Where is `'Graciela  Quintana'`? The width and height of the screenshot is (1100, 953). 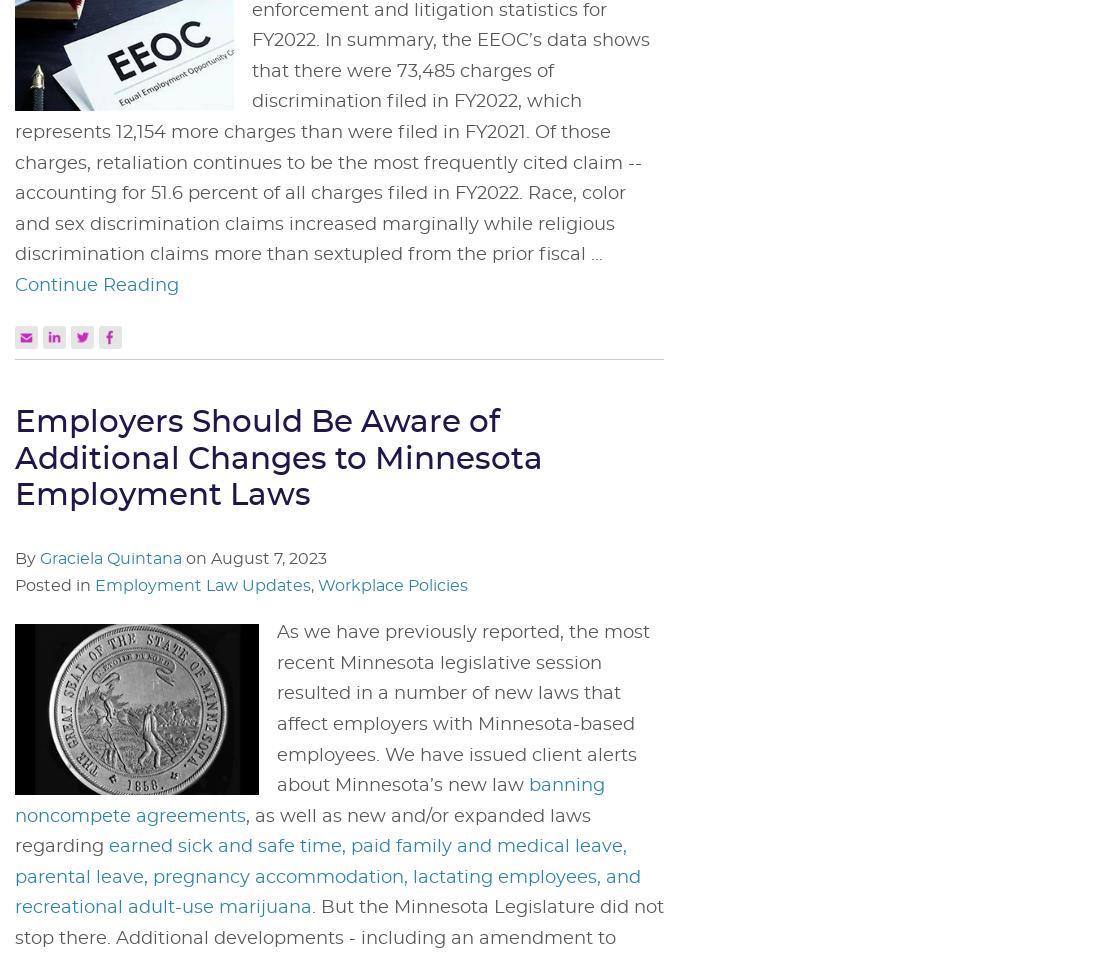
'Graciela  Quintana' is located at coordinates (110, 557).